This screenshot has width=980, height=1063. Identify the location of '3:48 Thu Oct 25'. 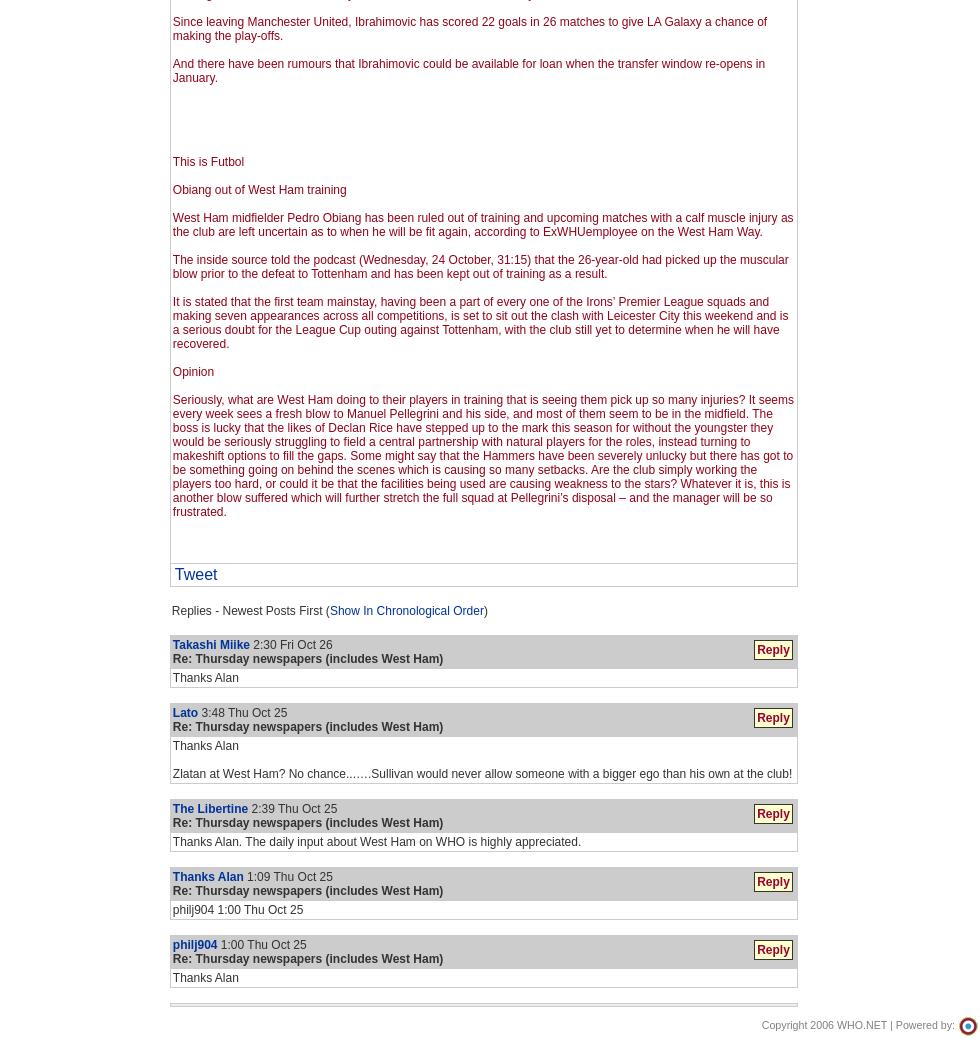
(244, 711).